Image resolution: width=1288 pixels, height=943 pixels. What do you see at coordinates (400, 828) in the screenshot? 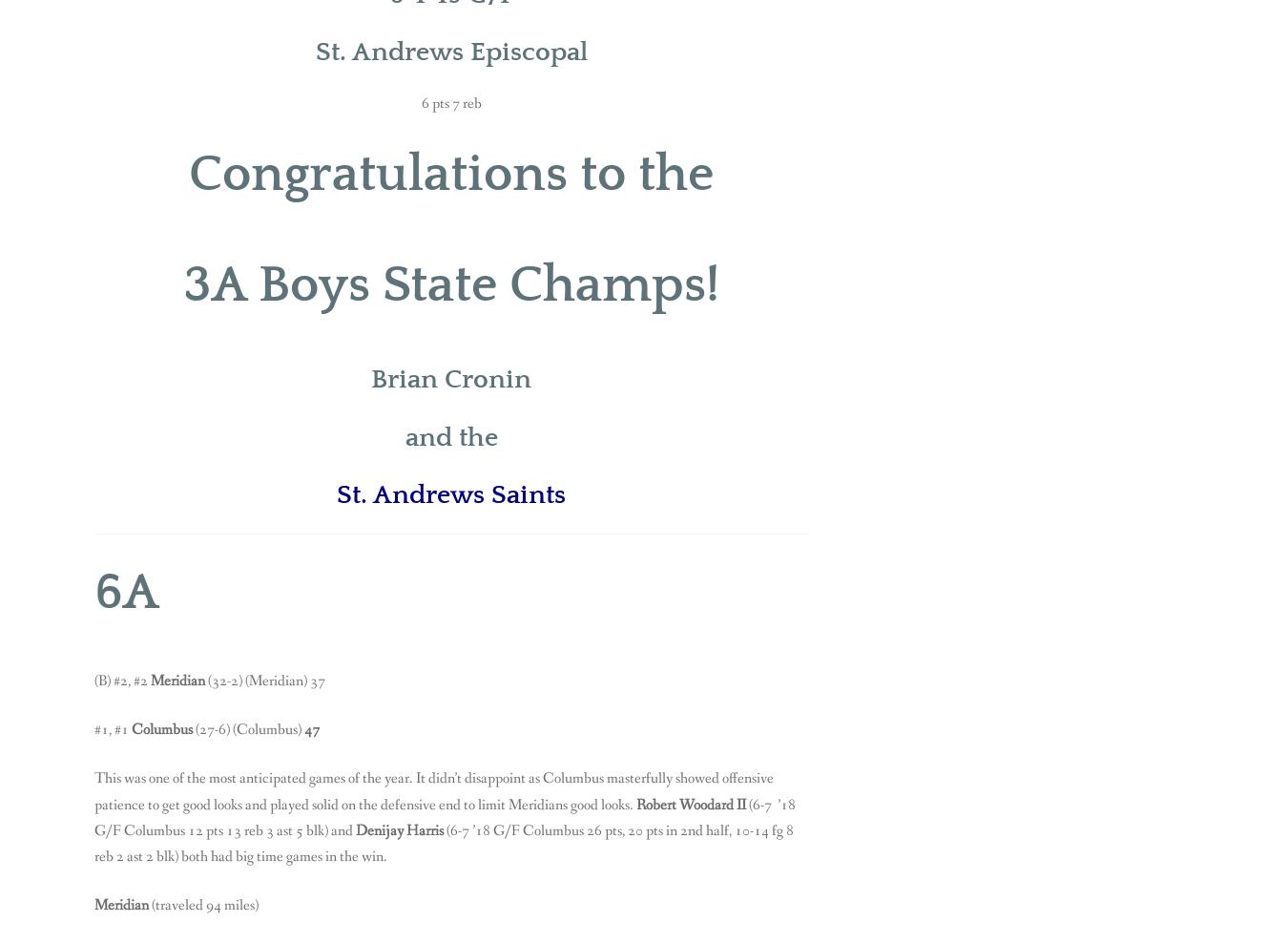
I see `'Denijay Harris'` at bounding box center [400, 828].